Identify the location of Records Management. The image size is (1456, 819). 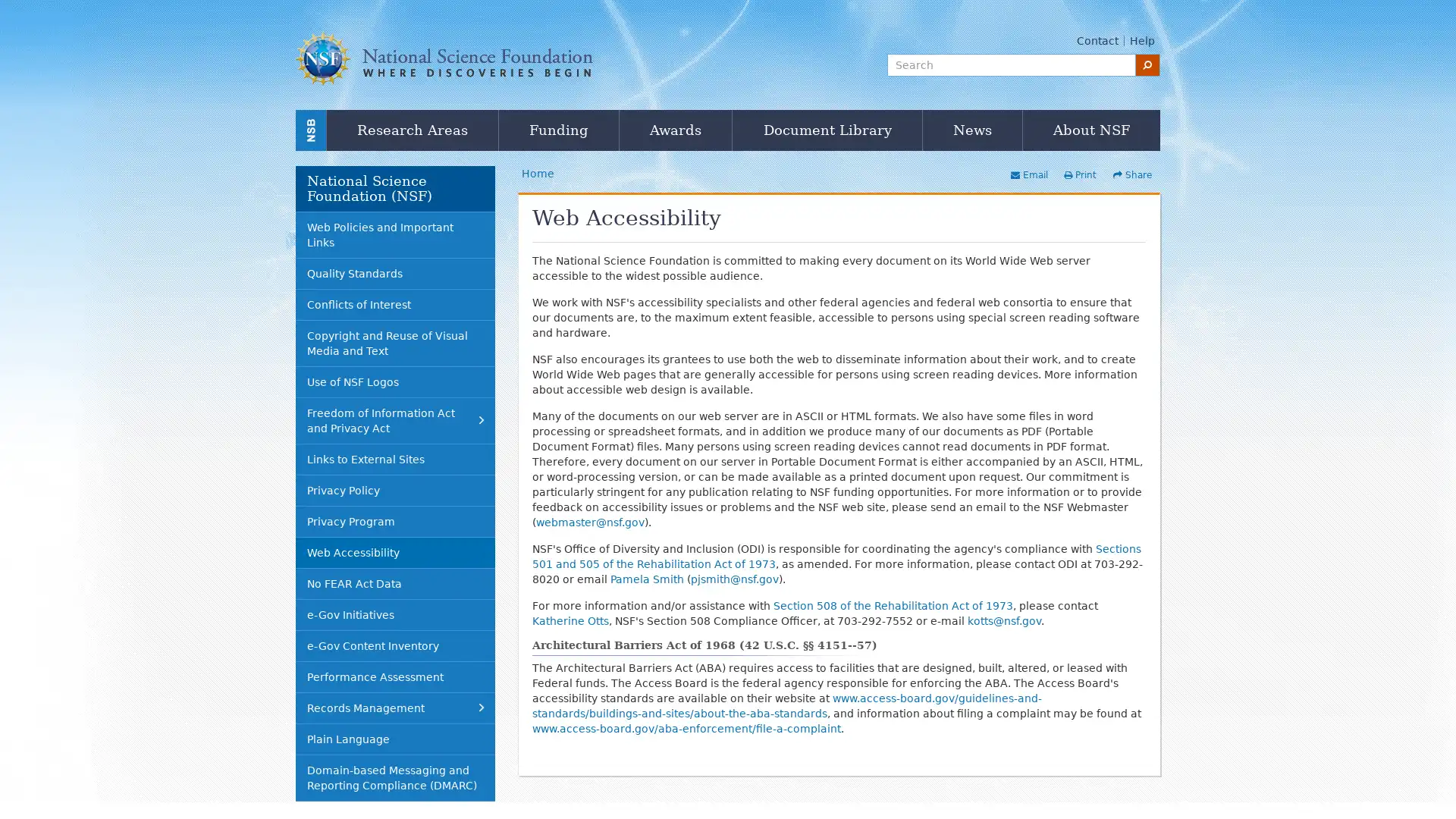
(395, 708).